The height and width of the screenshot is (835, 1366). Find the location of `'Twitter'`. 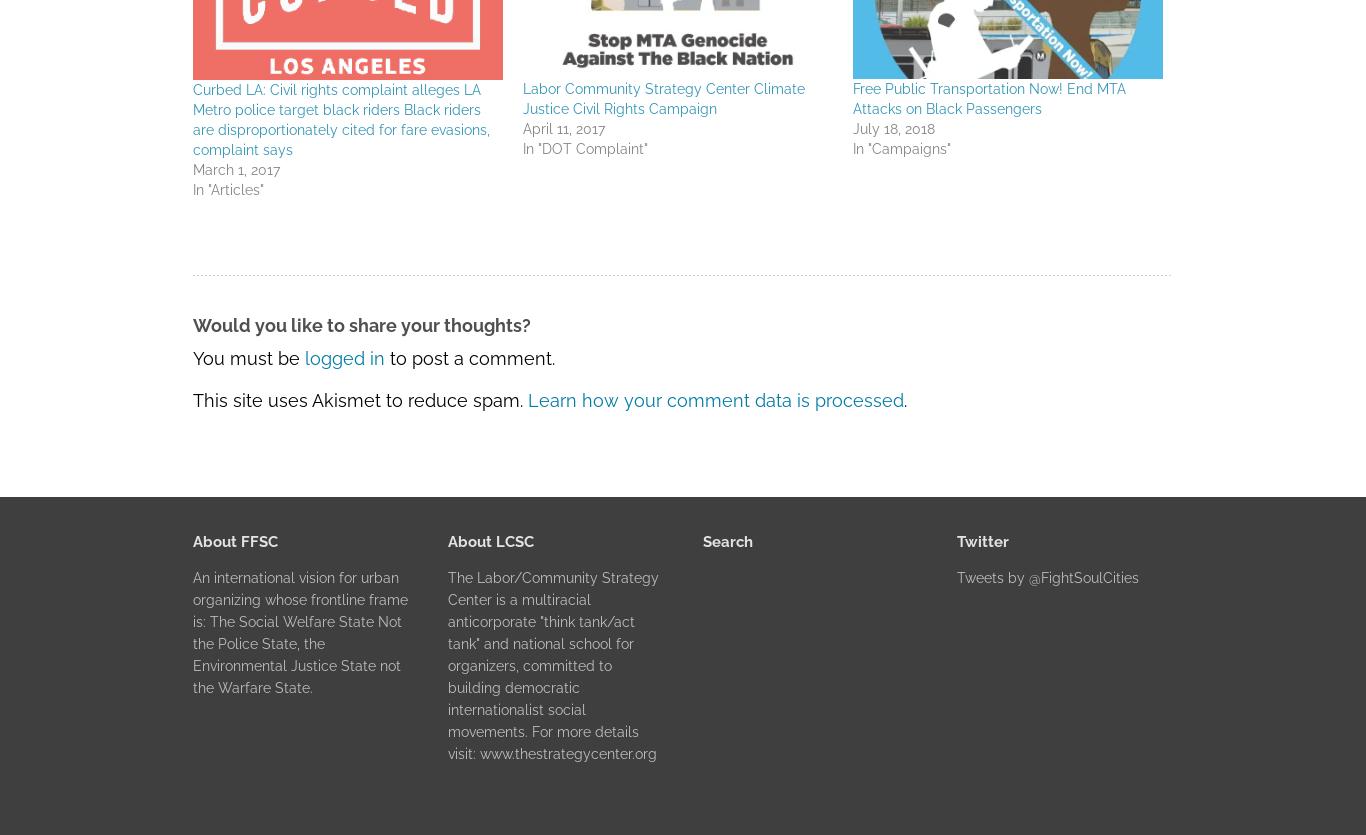

'Twitter' is located at coordinates (957, 540).